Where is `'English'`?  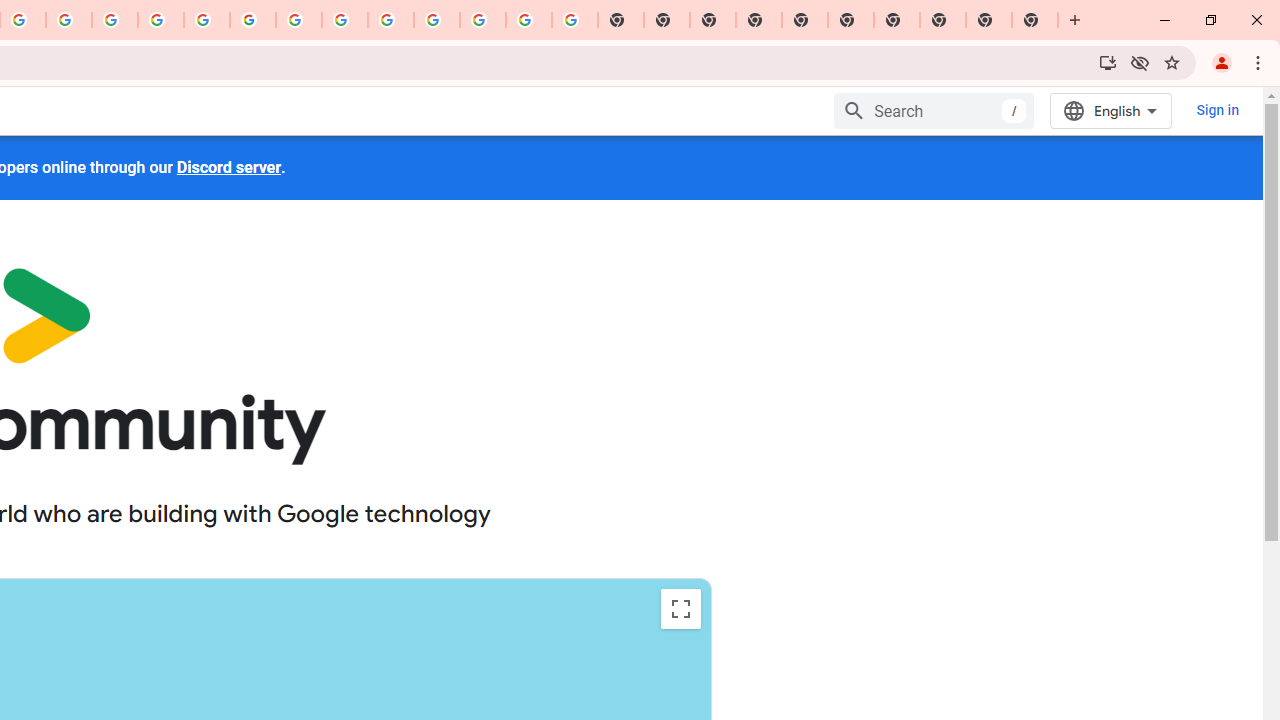 'English' is located at coordinates (1110, 110).